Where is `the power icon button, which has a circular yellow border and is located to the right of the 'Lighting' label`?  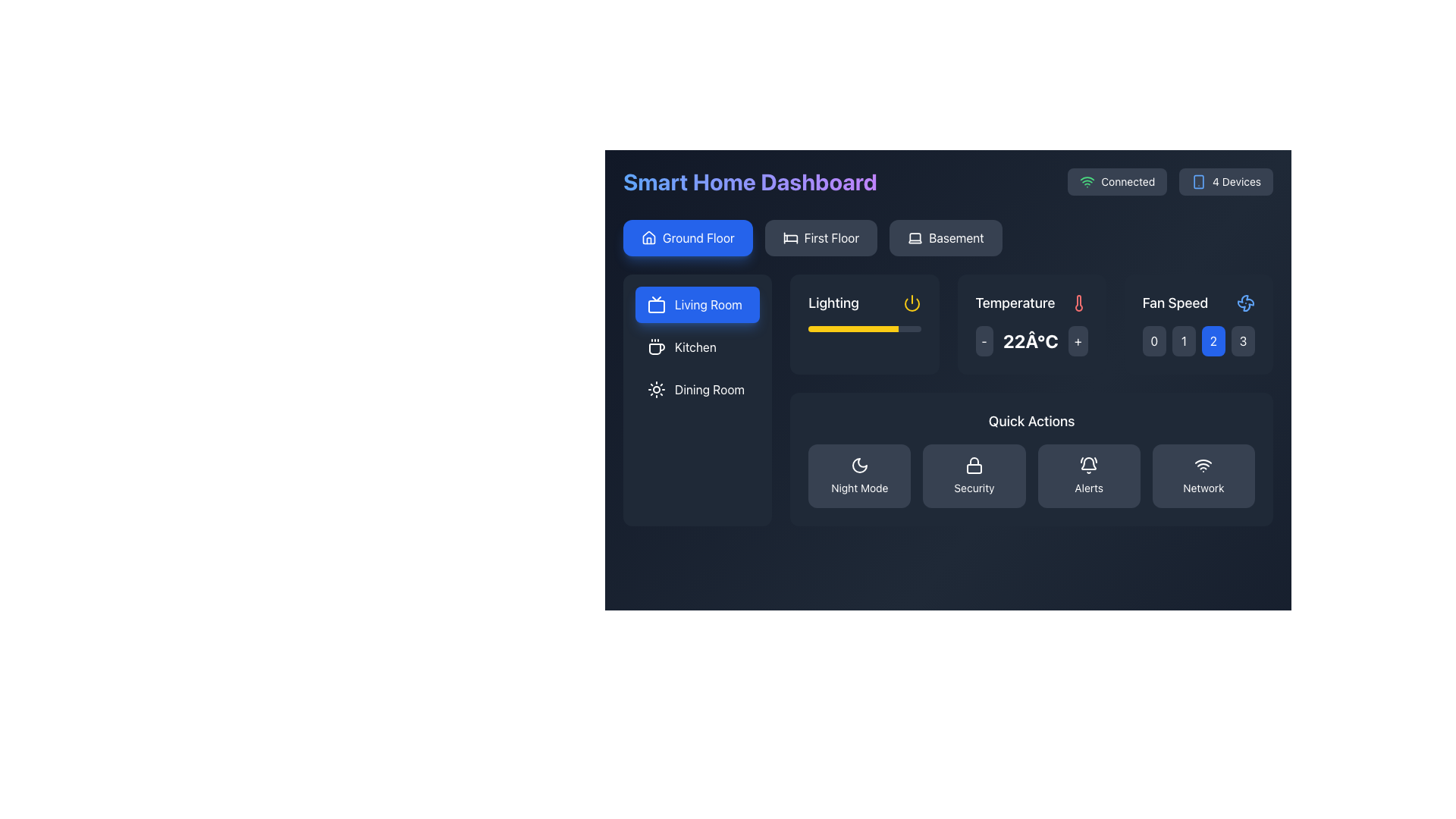 the power icon button, which has a circular yellow border and is located to the right of the 'Lighting' label is located at coordinates (911, 303).